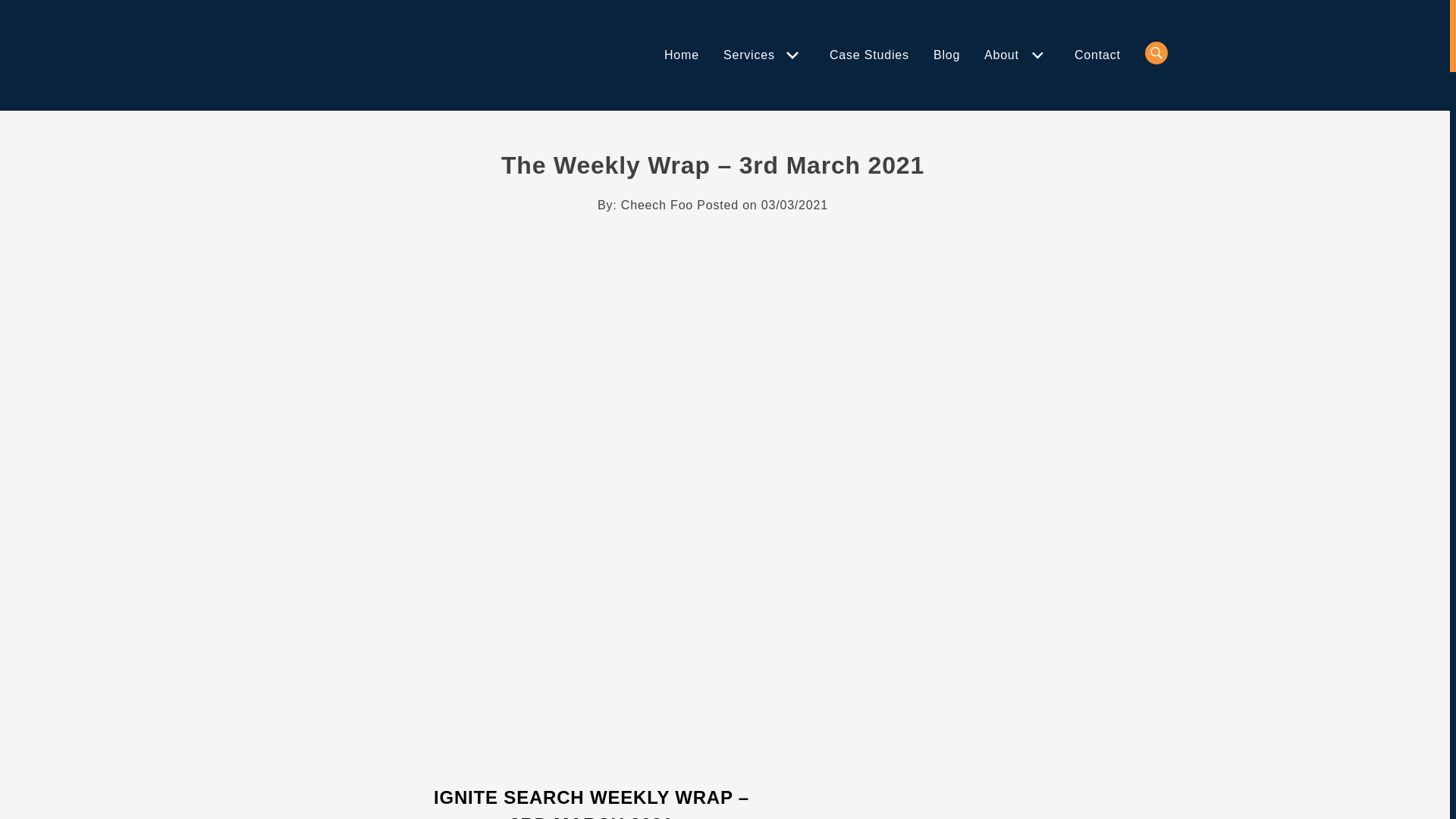  Describe the element at coordinates (932, 55) in the screenshot. I see `'Blog'` at that location.